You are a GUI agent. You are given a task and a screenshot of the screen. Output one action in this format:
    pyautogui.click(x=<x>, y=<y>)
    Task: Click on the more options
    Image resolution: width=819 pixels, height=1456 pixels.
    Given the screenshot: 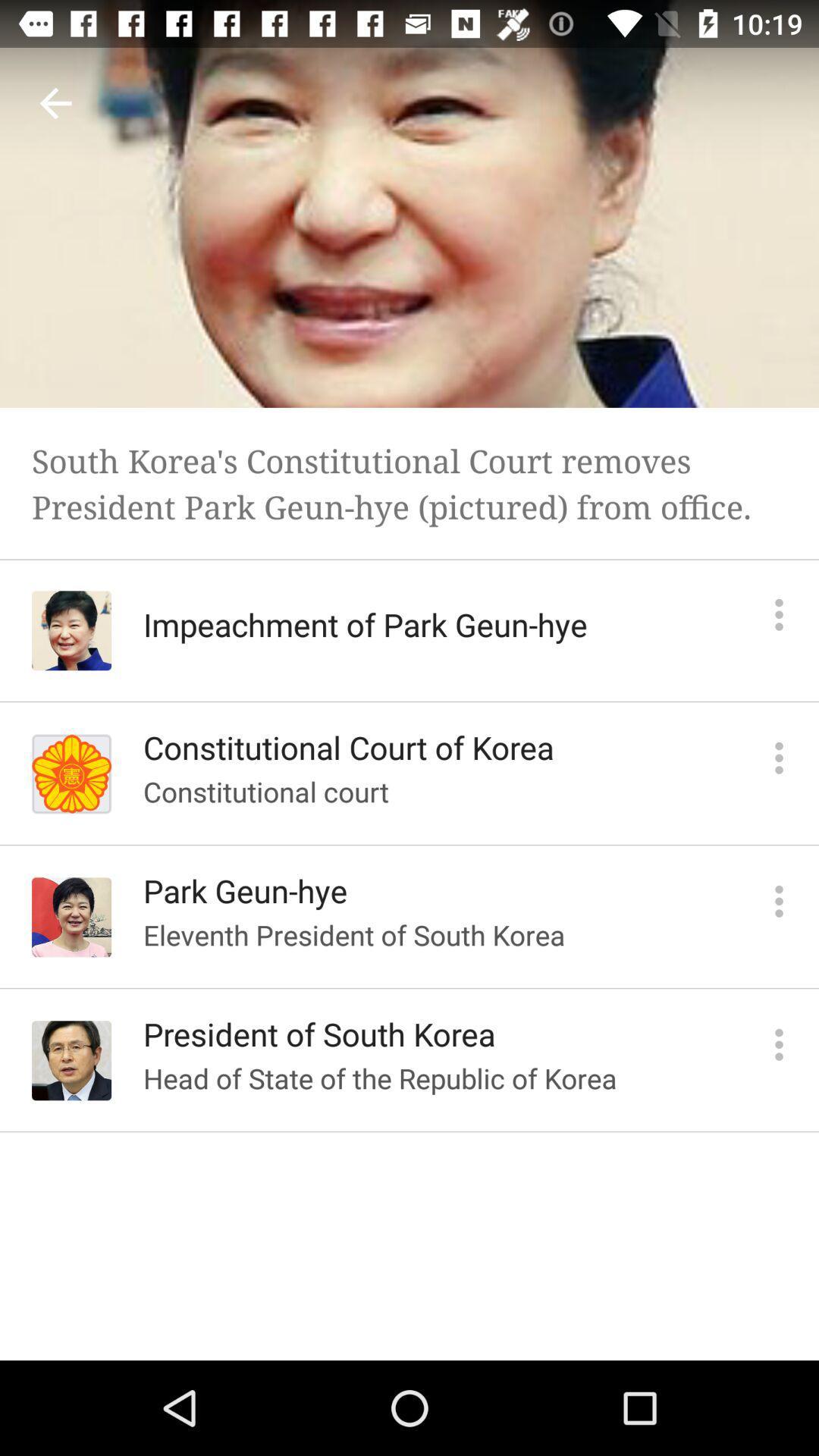 What is the action you would take?
    pyautogui.click(x=779, y=901)
    